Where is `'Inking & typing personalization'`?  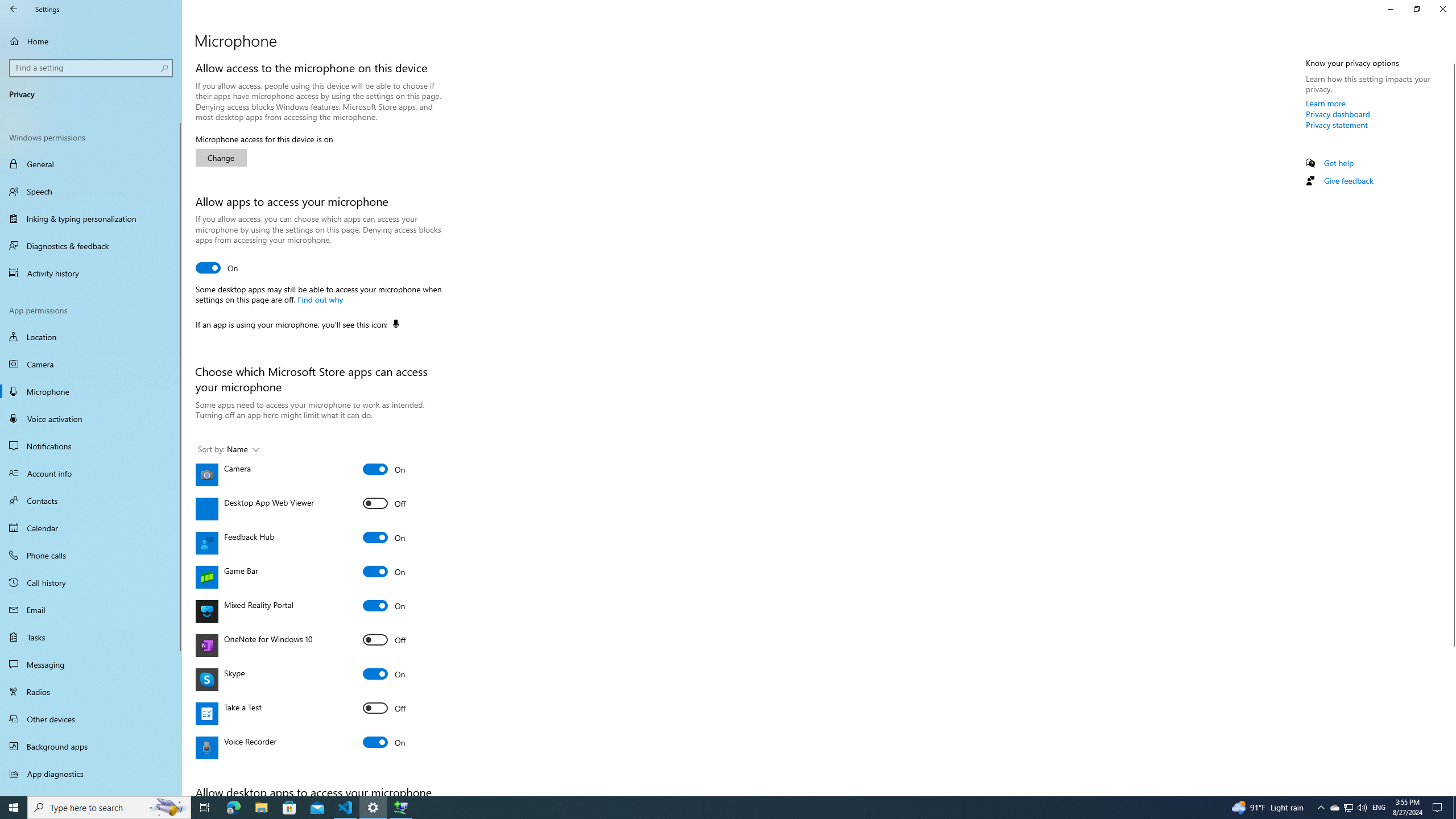 'Inking & typing personalization' is located at coordinates (90, 217).